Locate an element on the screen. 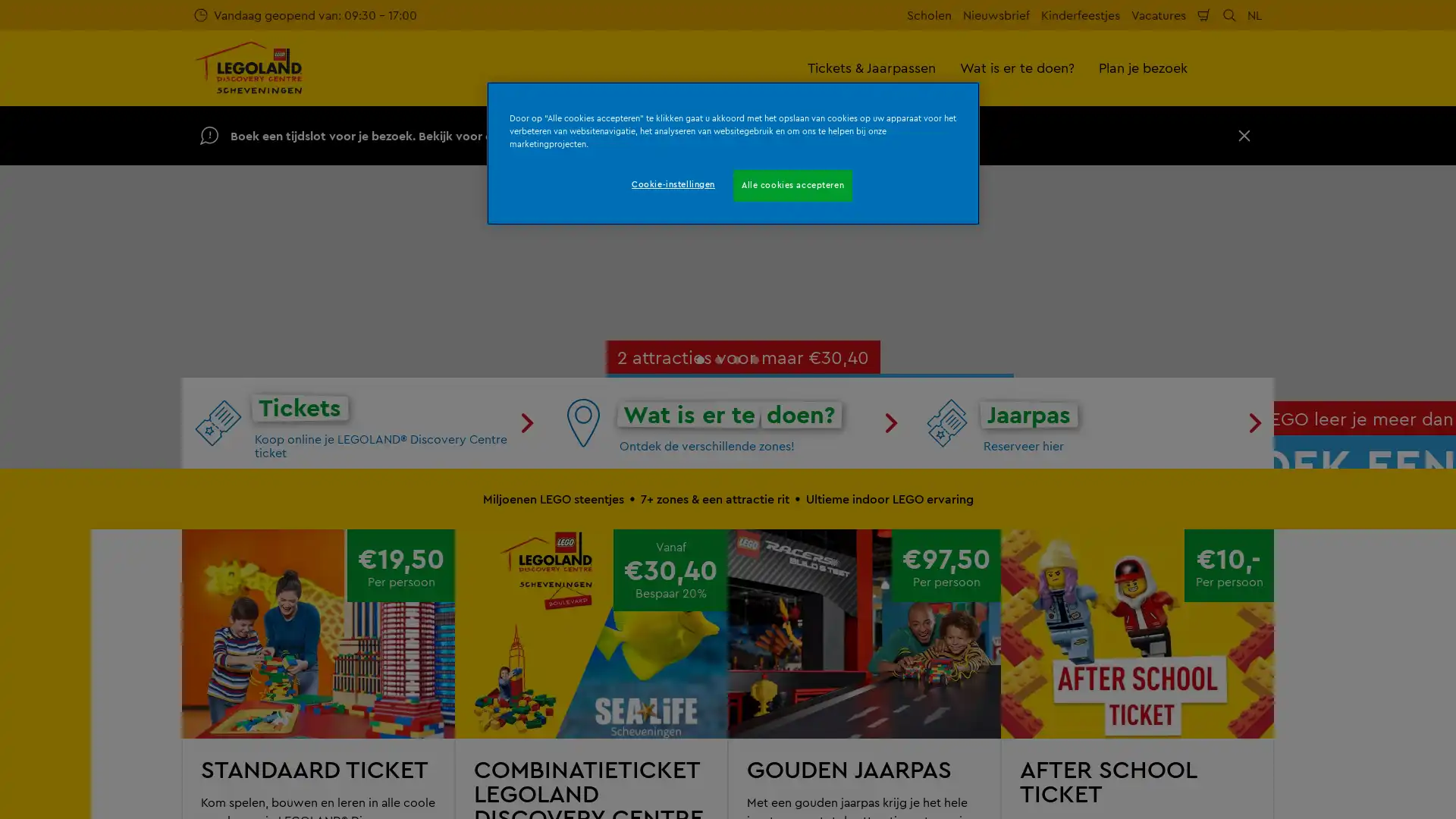 The image size is (1456, 819). Go to slide 4 is located at coordinates (755, 646).